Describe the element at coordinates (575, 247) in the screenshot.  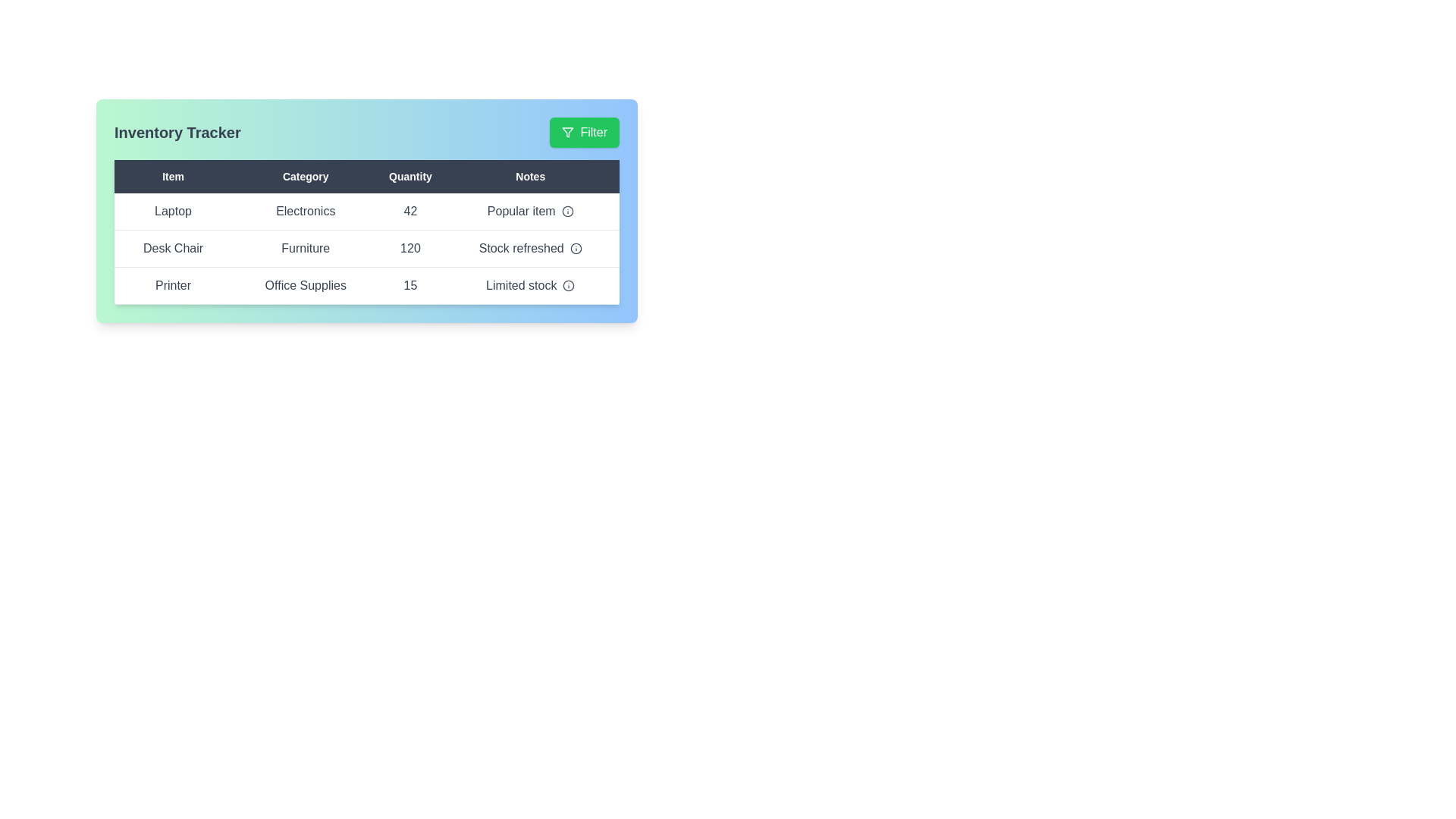
I see `the info icon in the 'Notes' column for the Desk Chair row` at that location.